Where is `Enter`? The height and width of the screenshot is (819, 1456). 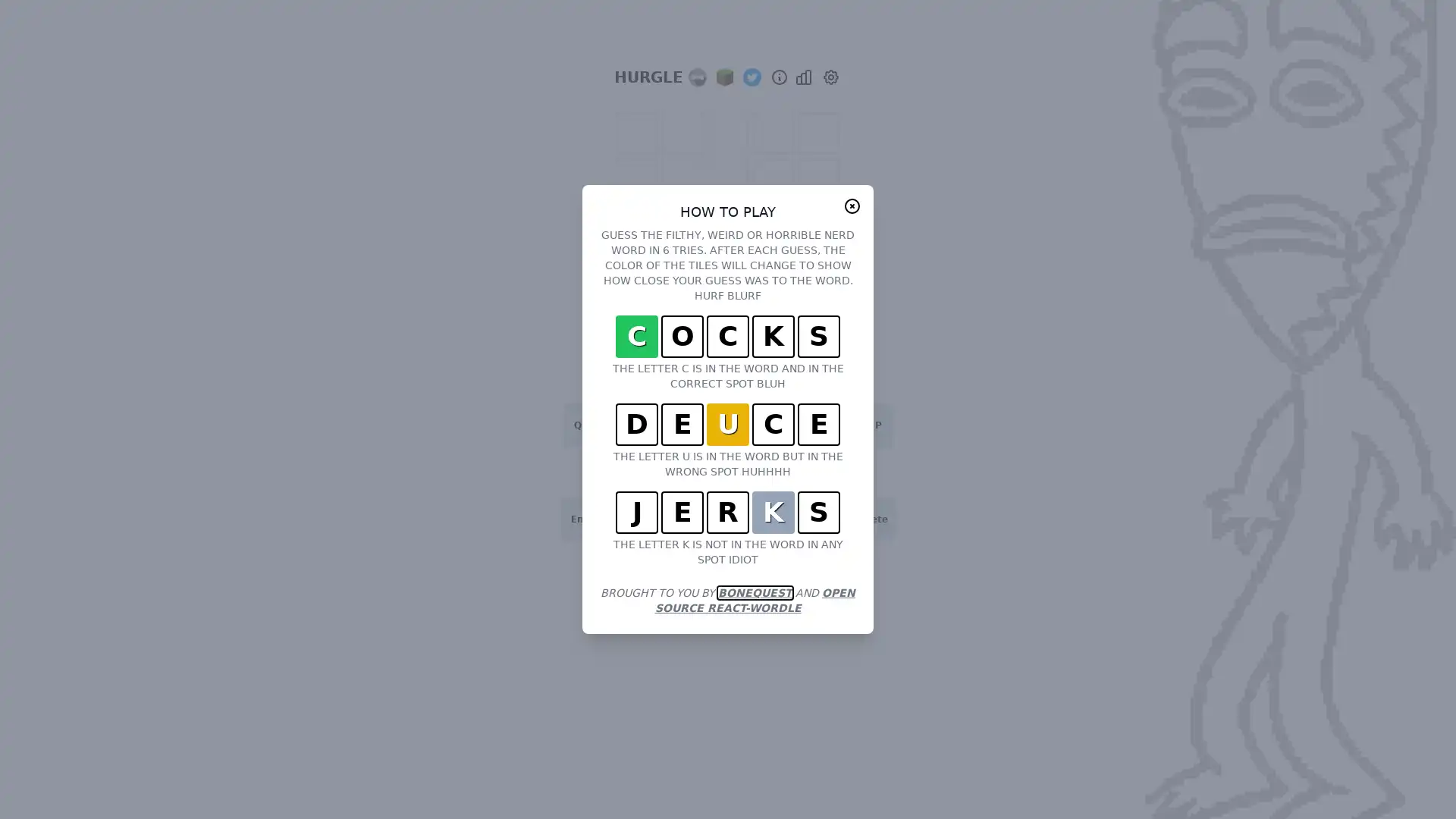 Enter is located at coordinates (584, 519).